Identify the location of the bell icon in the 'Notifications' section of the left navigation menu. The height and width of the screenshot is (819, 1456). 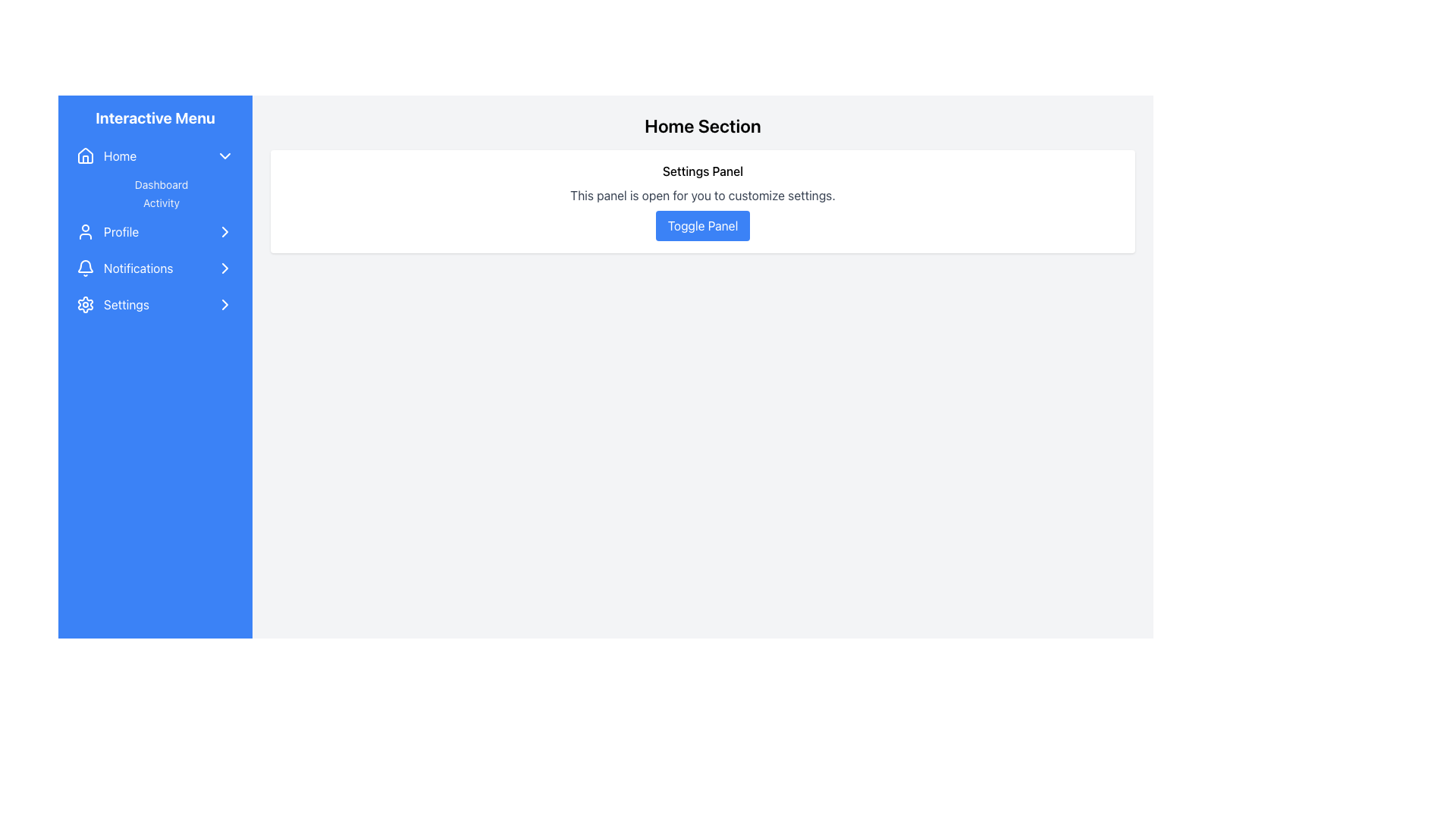
(85, 265).